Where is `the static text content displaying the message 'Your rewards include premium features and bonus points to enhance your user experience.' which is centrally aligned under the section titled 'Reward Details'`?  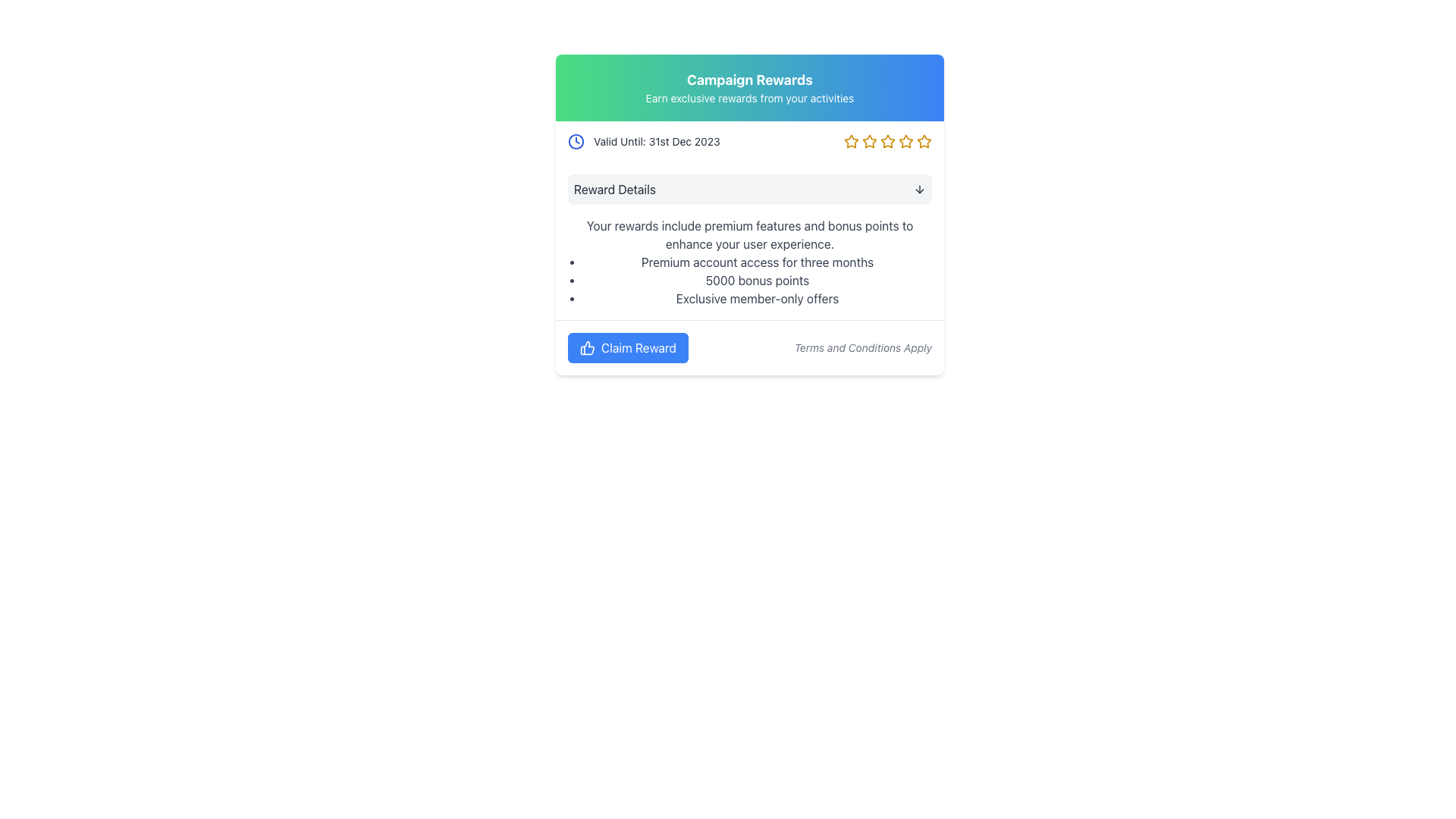 the static text content displaying the message 'Your rewards include premium features and bonus points to enhance your user experience.' which is centrally aligned under the section titled 'Reward Details' is located at coordinates (749, 234).